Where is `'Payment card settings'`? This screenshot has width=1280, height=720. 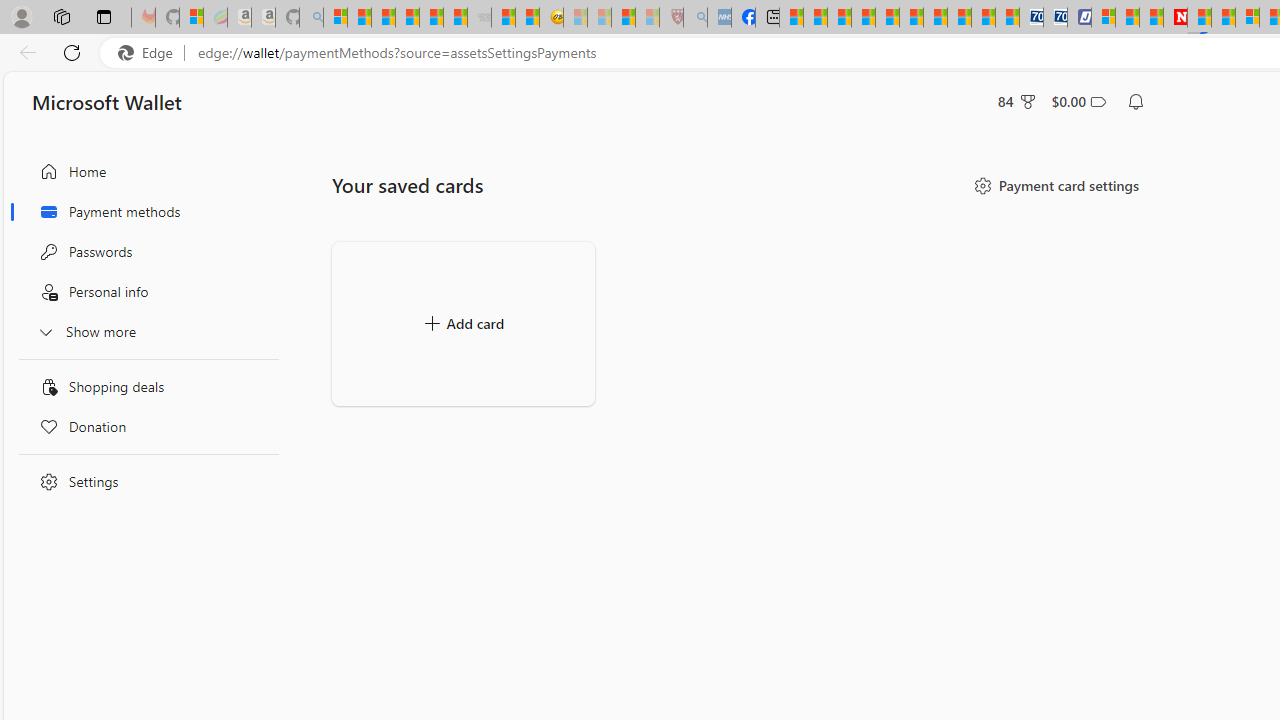
'Payment card settings' is located at coordinates (1054, 186).